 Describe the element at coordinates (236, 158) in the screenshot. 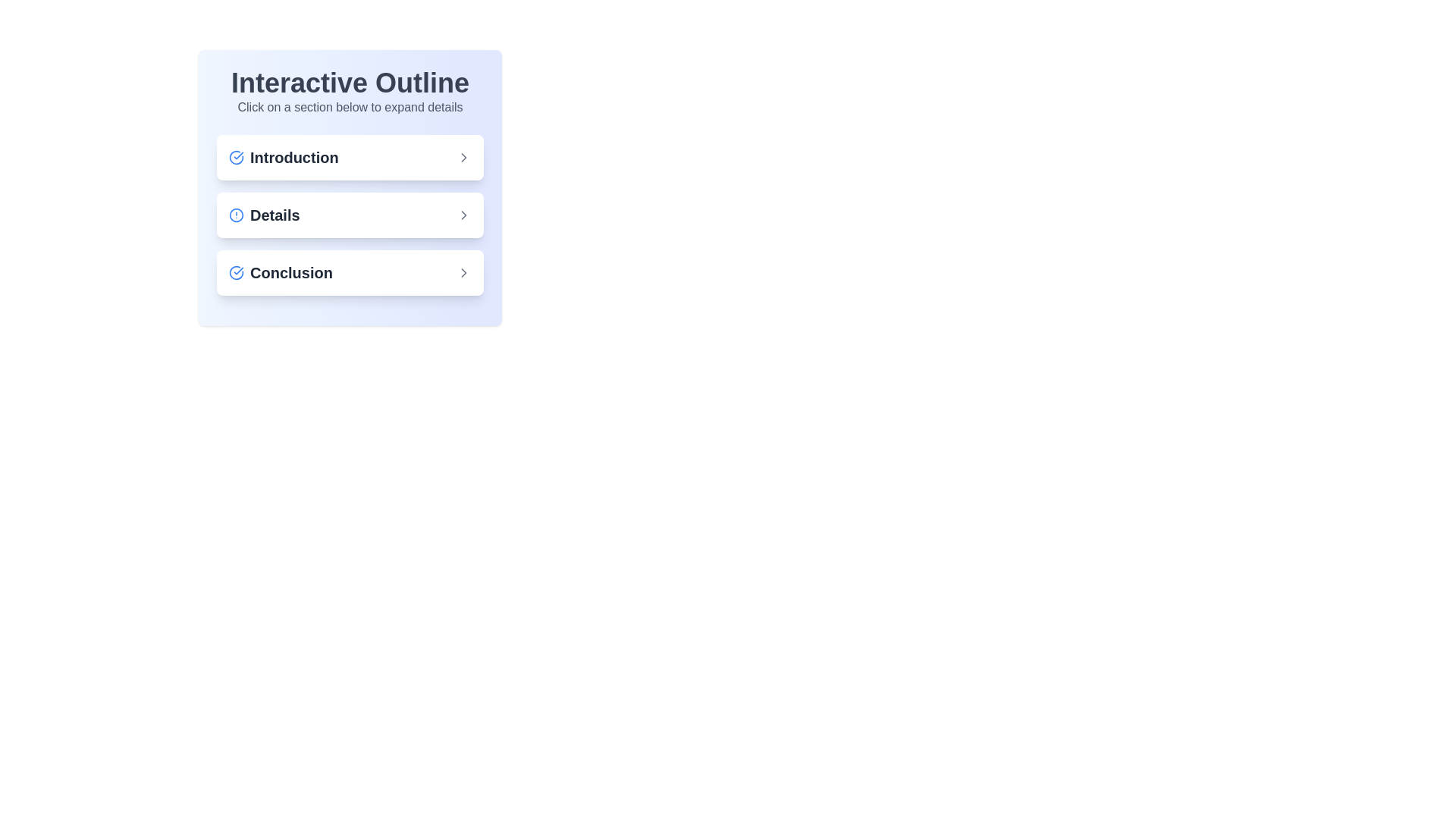

I see `the visual state of the completed or selected state icon located to the left of the 'Introduction' label in the interactive outline` at that location.